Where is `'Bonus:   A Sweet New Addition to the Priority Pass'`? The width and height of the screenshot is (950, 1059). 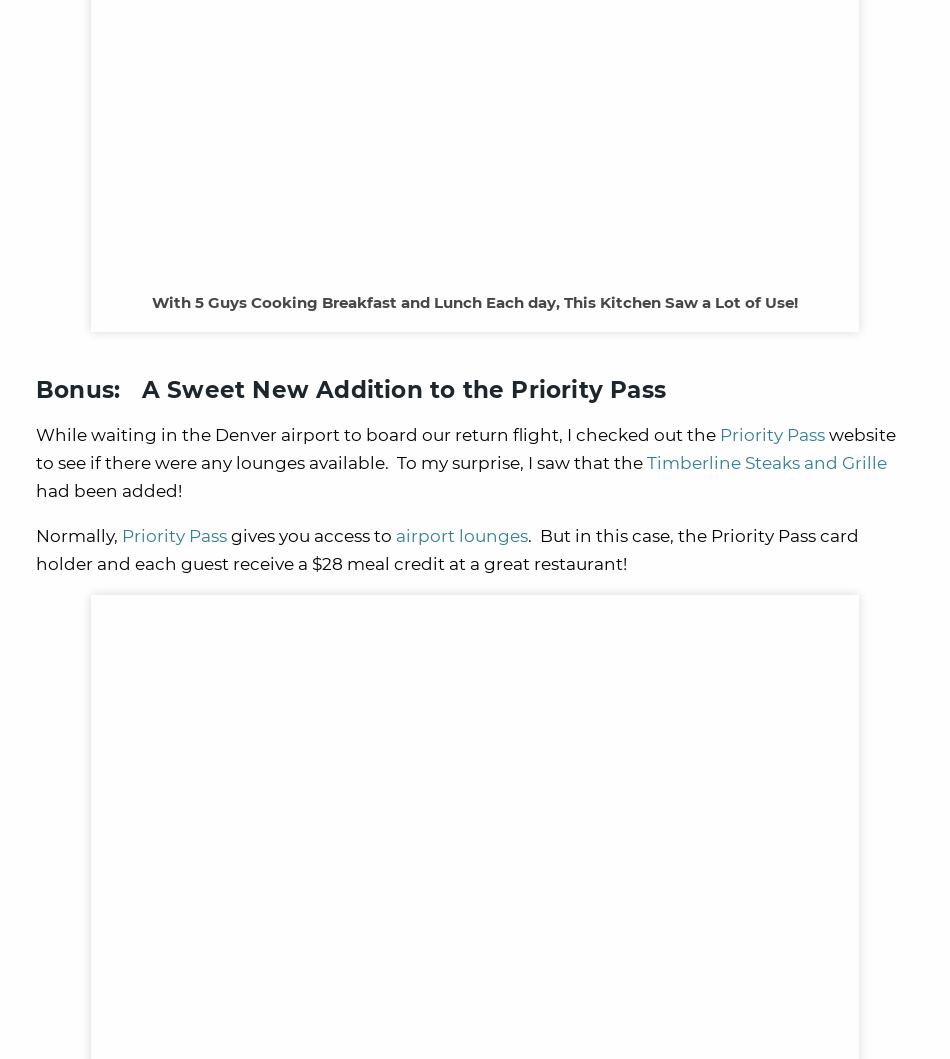
'Bonus:   A Sweet New Addition to the Priority Pass' is located at coordinates (350, 389).